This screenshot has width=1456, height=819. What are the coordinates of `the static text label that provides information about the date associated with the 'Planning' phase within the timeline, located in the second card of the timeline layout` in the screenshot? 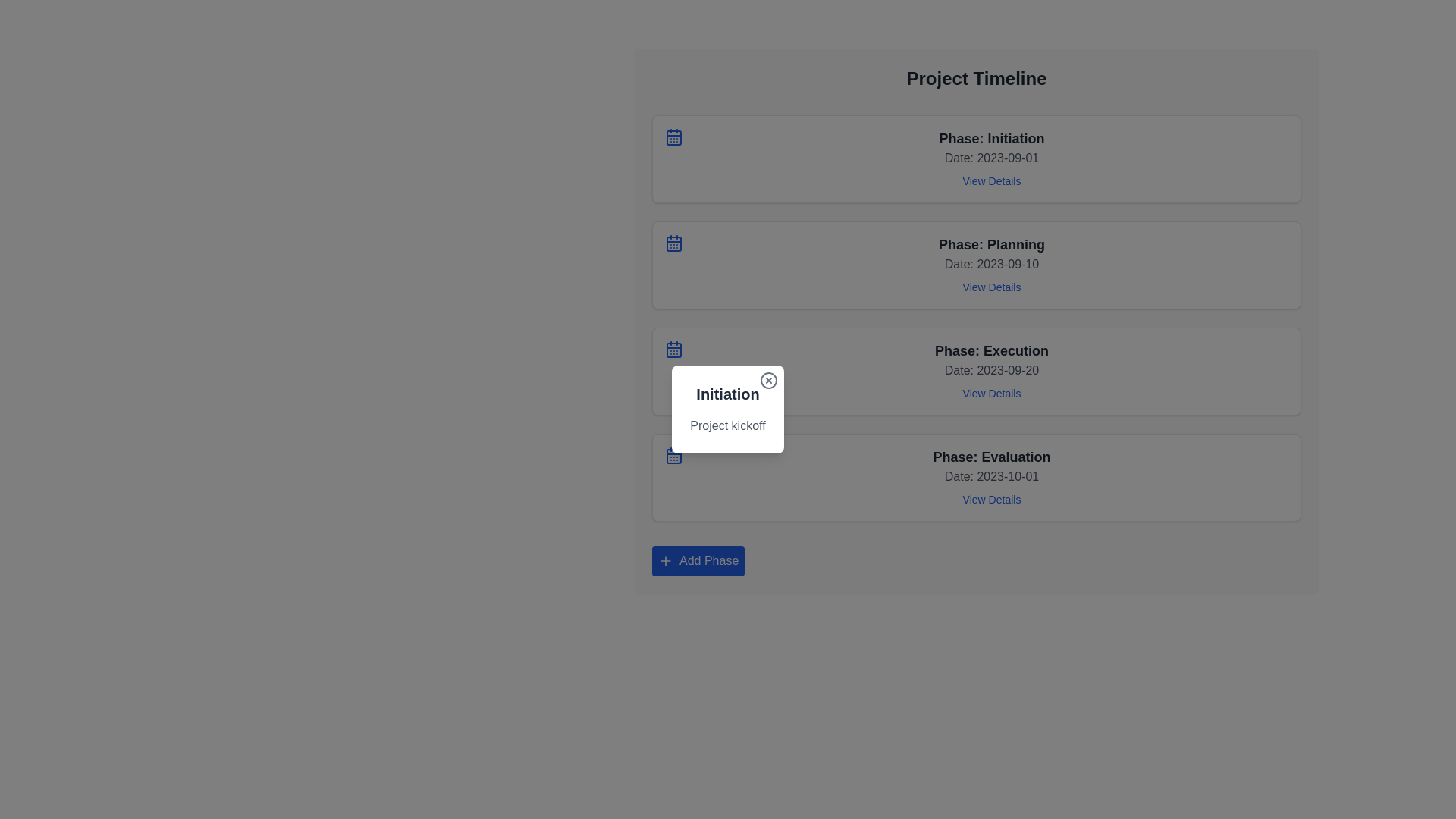 It's located at (992, 263).